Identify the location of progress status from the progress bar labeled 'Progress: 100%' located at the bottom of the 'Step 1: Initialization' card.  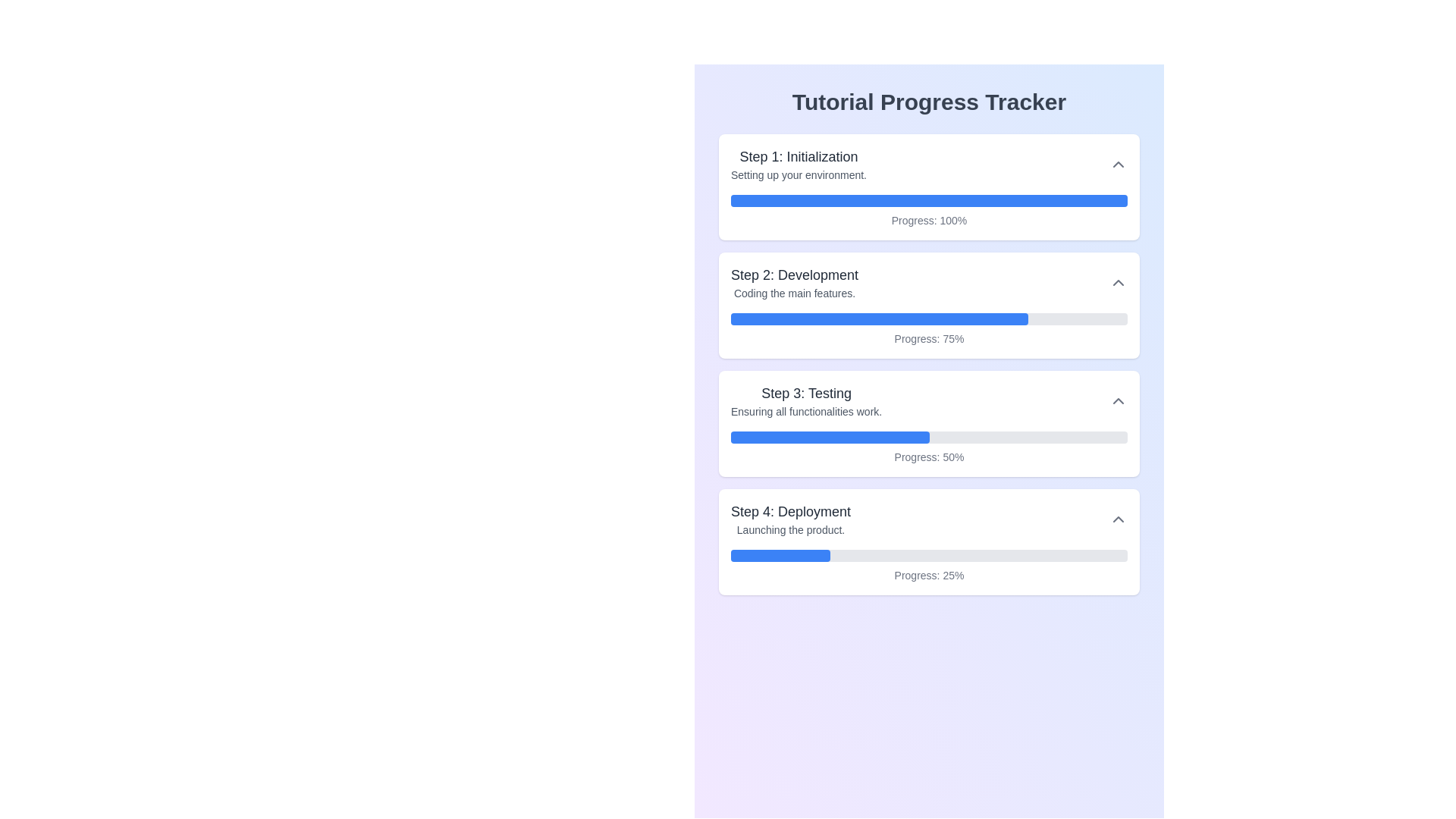
(928, 211).